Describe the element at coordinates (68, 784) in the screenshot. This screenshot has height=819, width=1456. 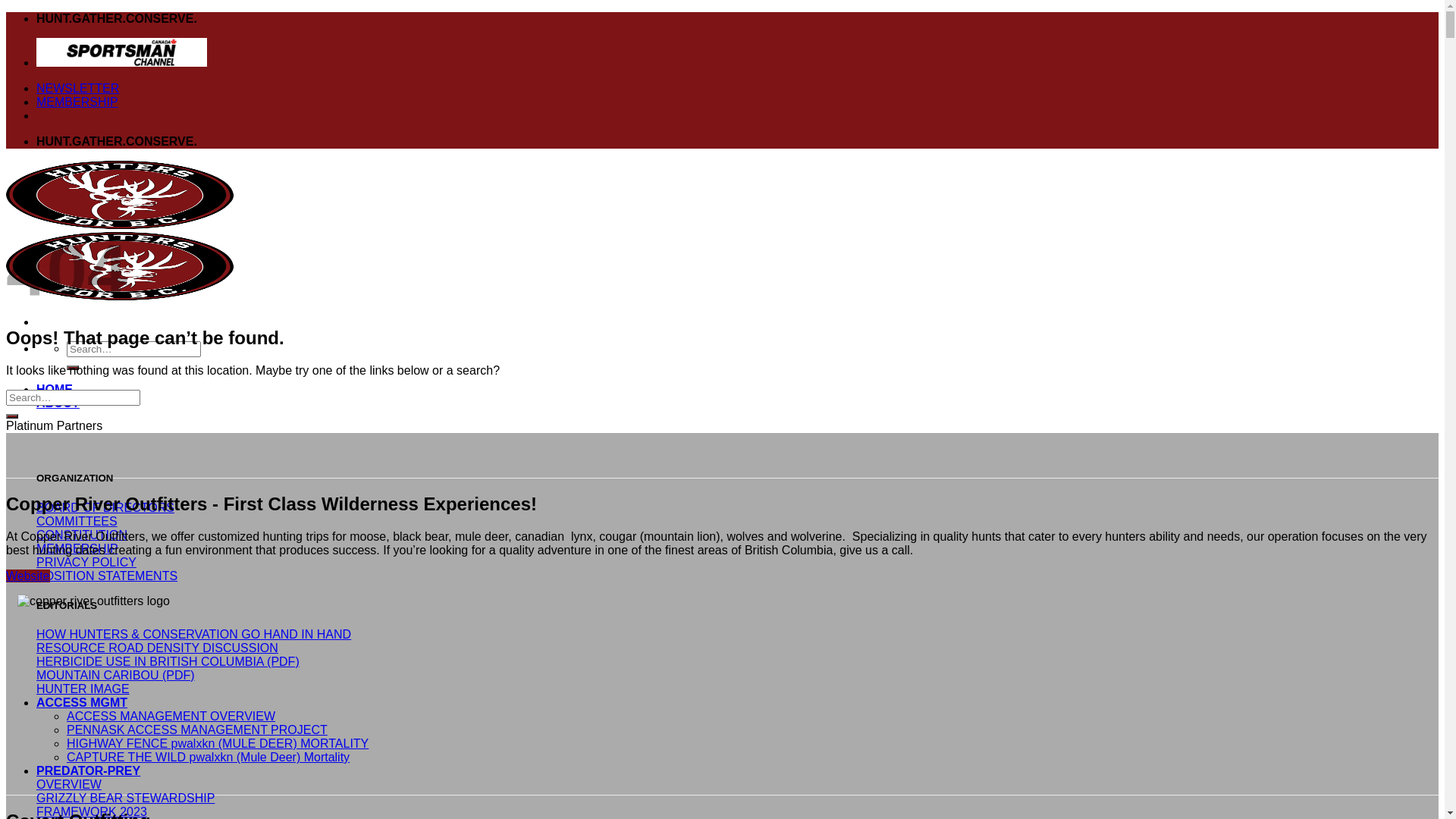
I see `'OVERVIEW'` at that location.